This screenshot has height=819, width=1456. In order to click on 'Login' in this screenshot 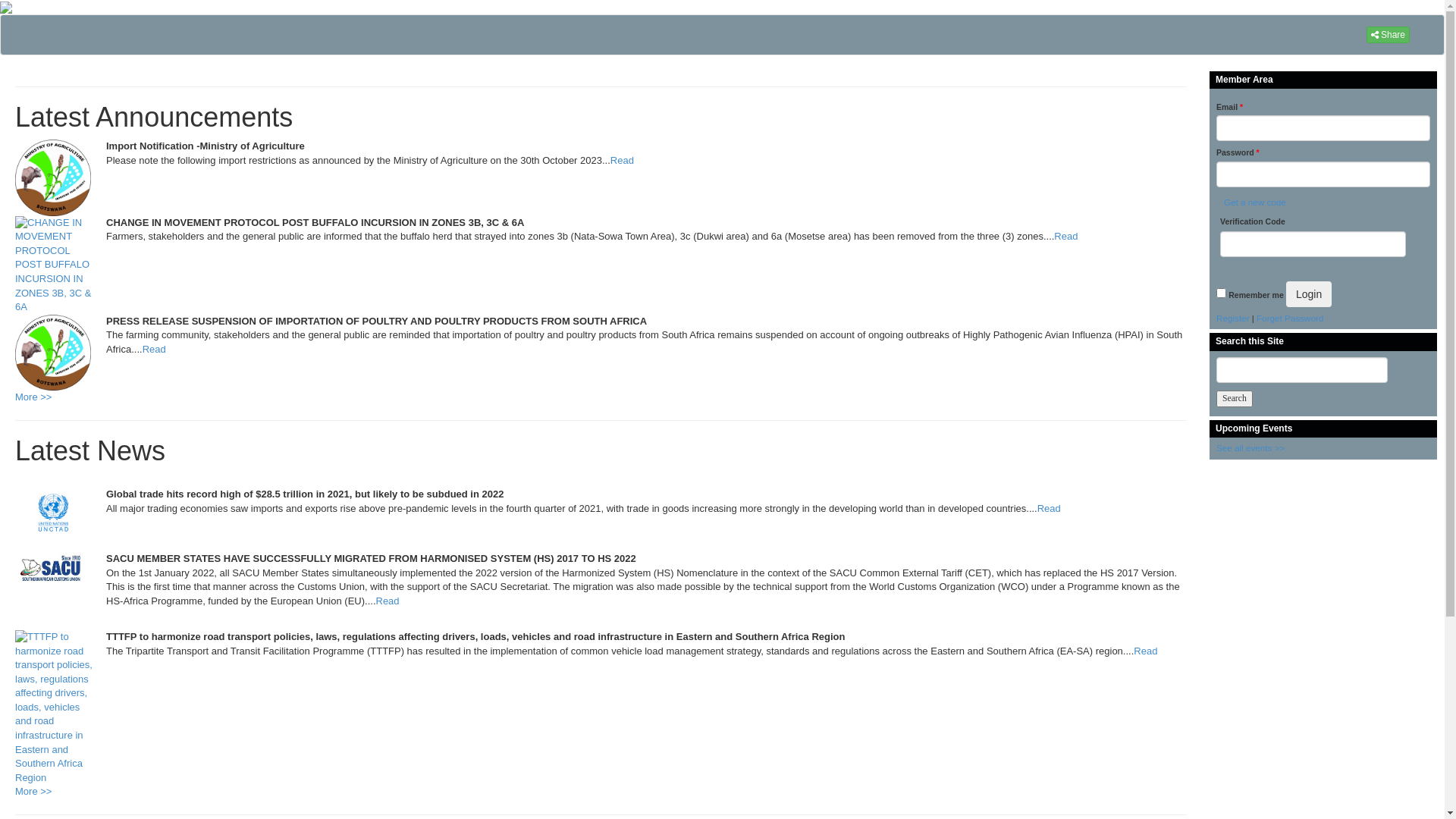, I will do `click(1285, 294)`.